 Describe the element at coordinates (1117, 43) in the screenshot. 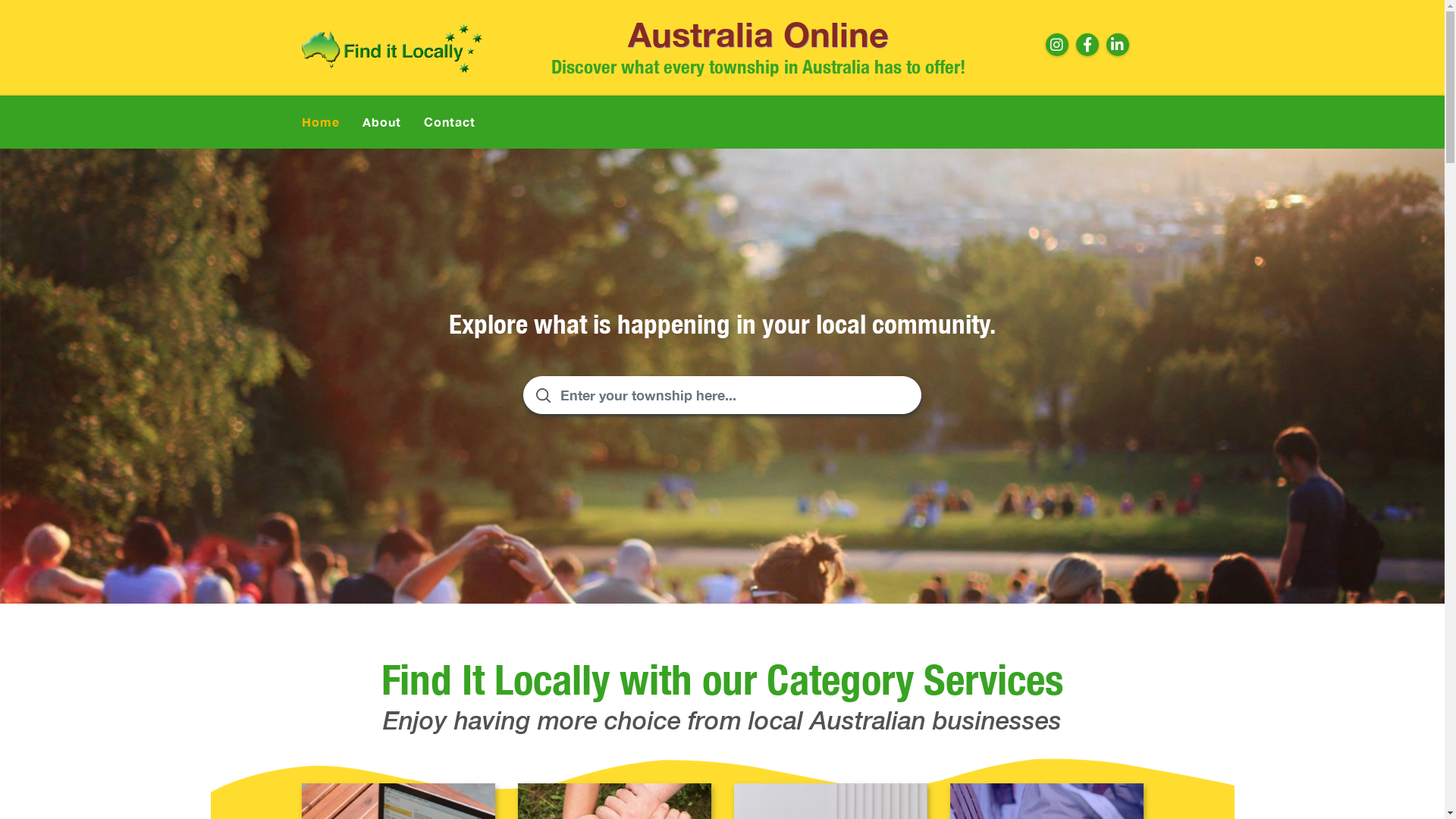

I see `'Linkdin'` at that location.